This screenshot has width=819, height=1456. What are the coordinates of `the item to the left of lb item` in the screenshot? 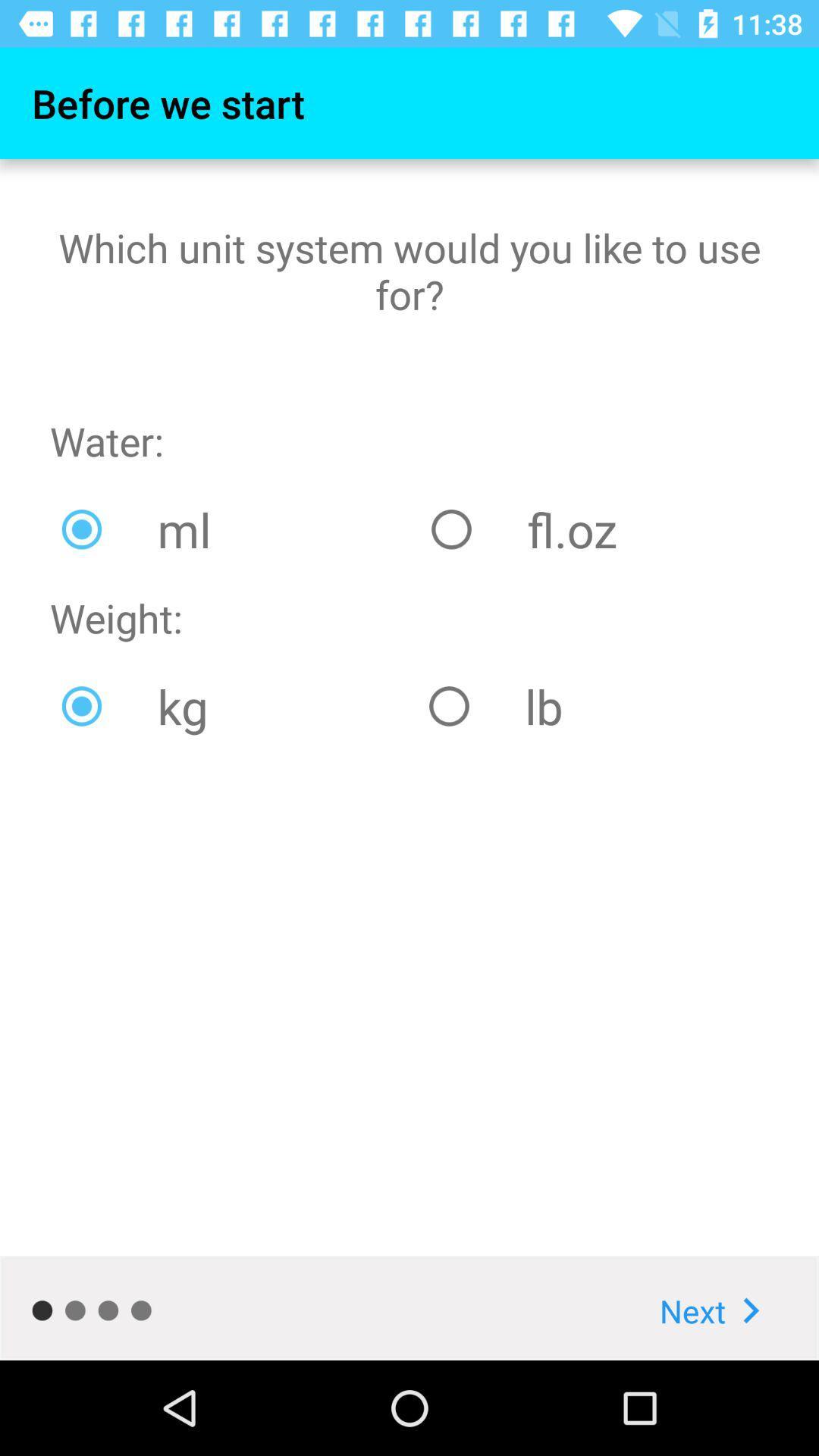 It's located at (234, 705).